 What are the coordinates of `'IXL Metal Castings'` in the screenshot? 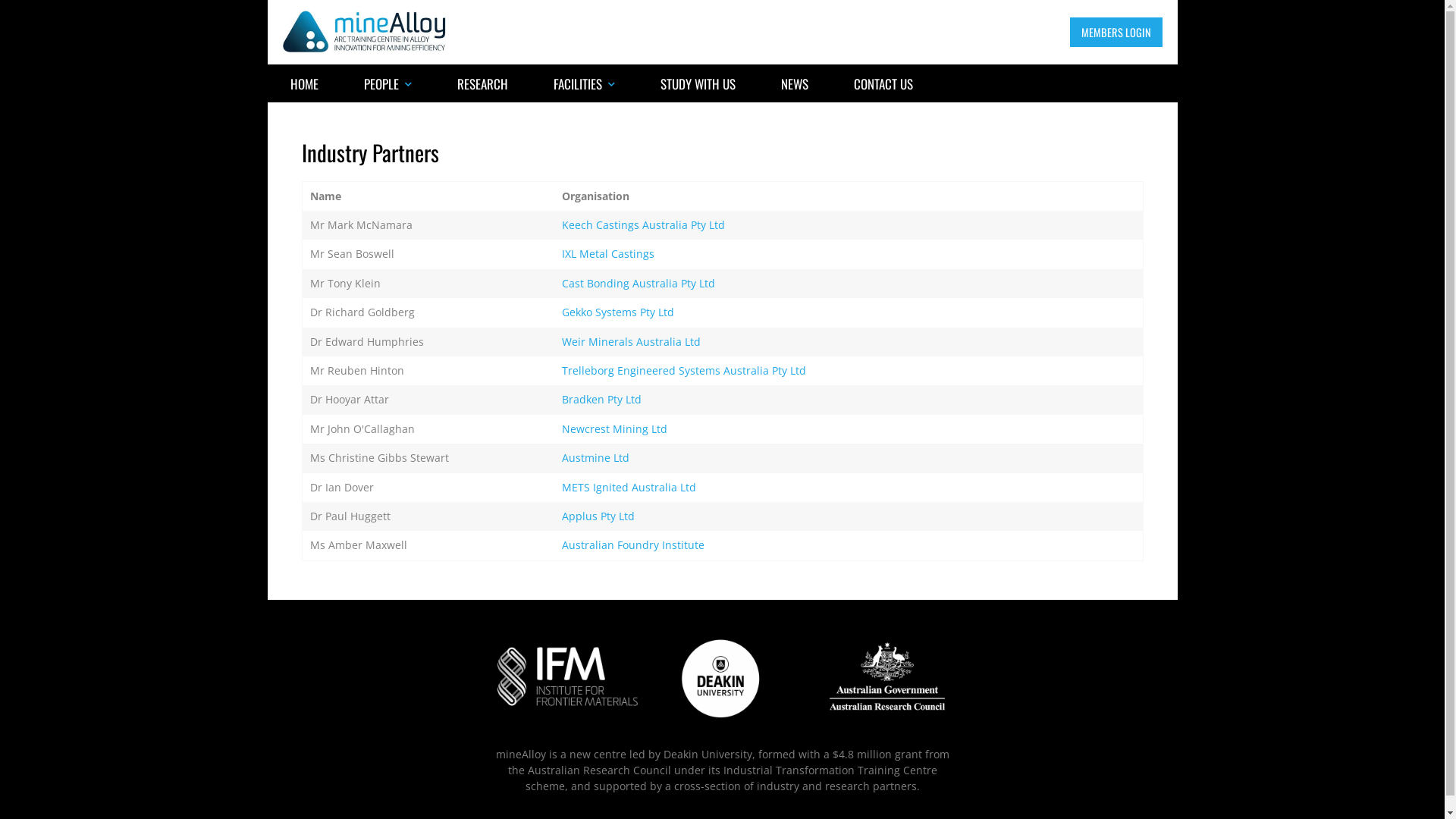 It's located at (607, 253).